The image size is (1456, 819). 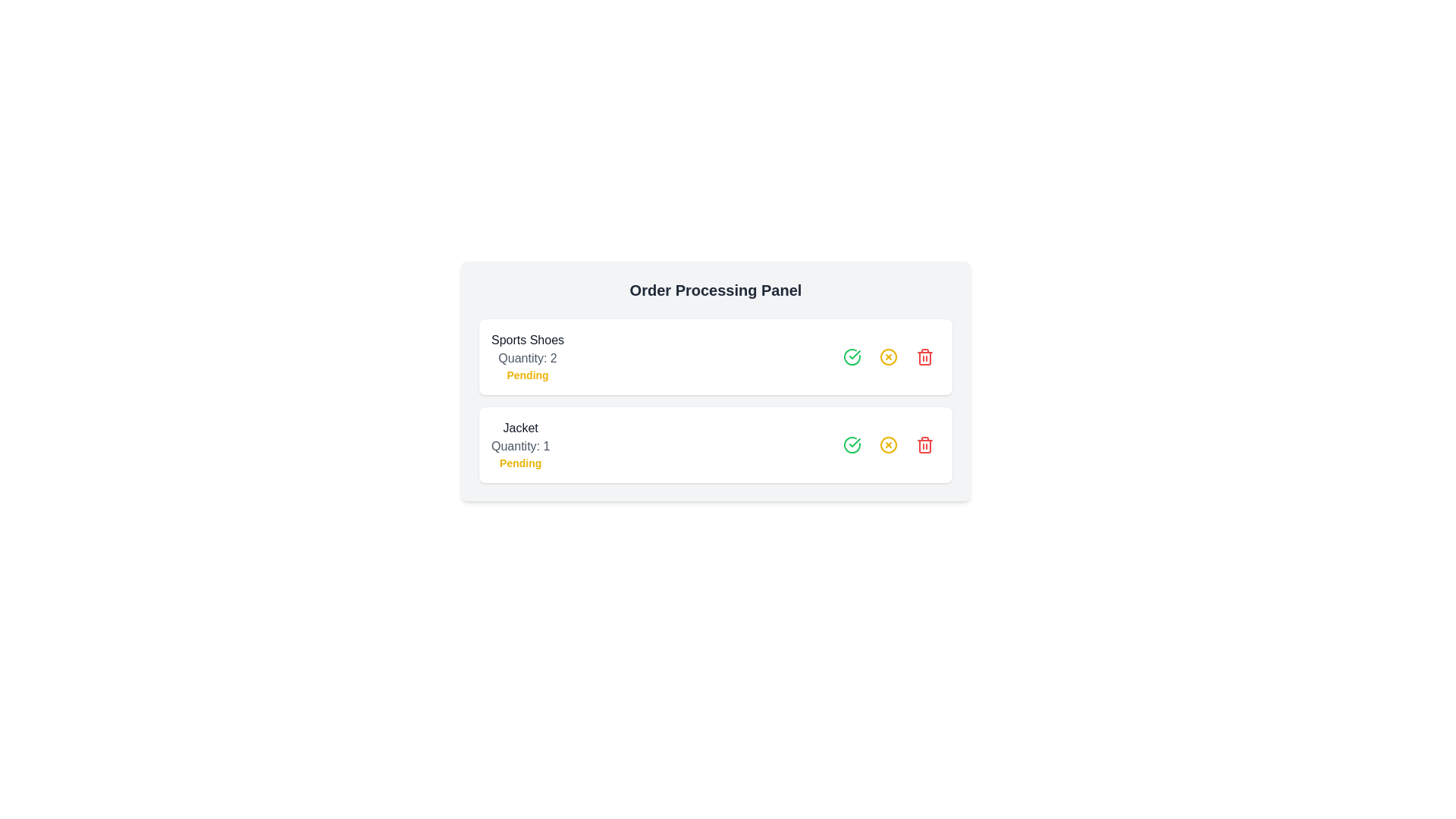 I want to click on the deletion icon button for the item 'Jacket' located in the Order Processing Panel, so click(x=924, y=444).